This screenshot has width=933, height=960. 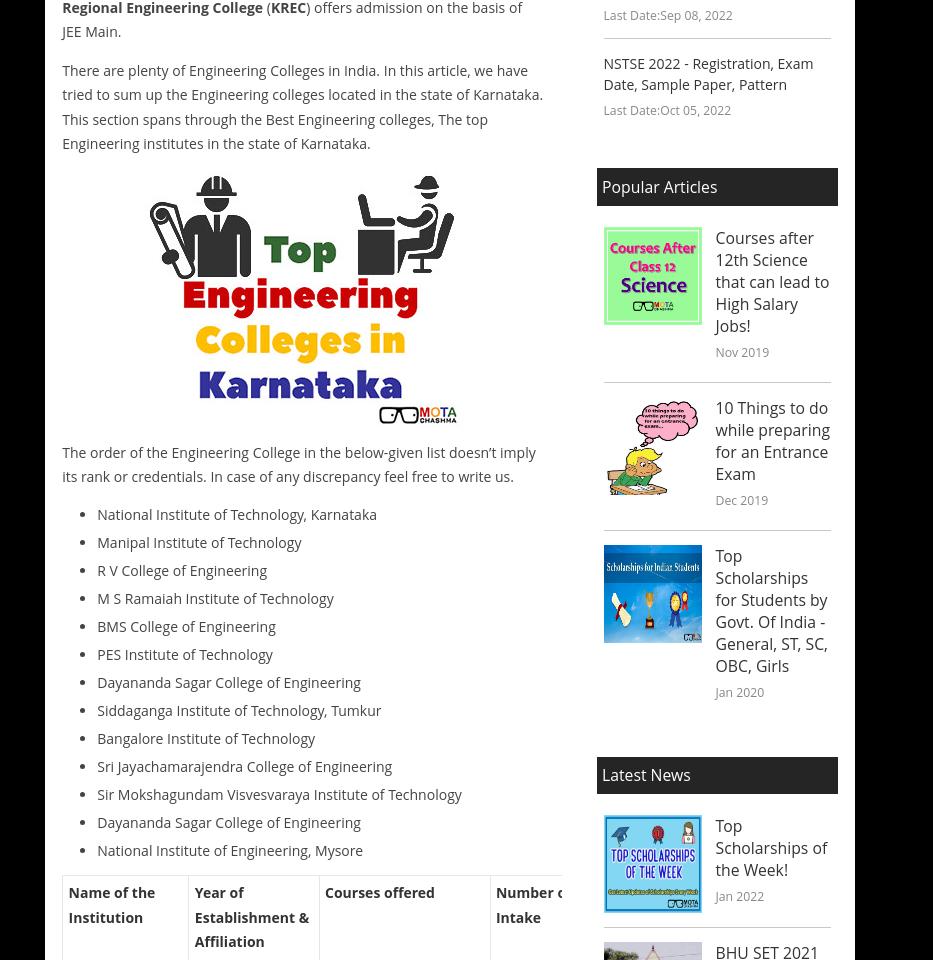 I want to click on 'R V College of Engineering', so click(x=183, y=569).